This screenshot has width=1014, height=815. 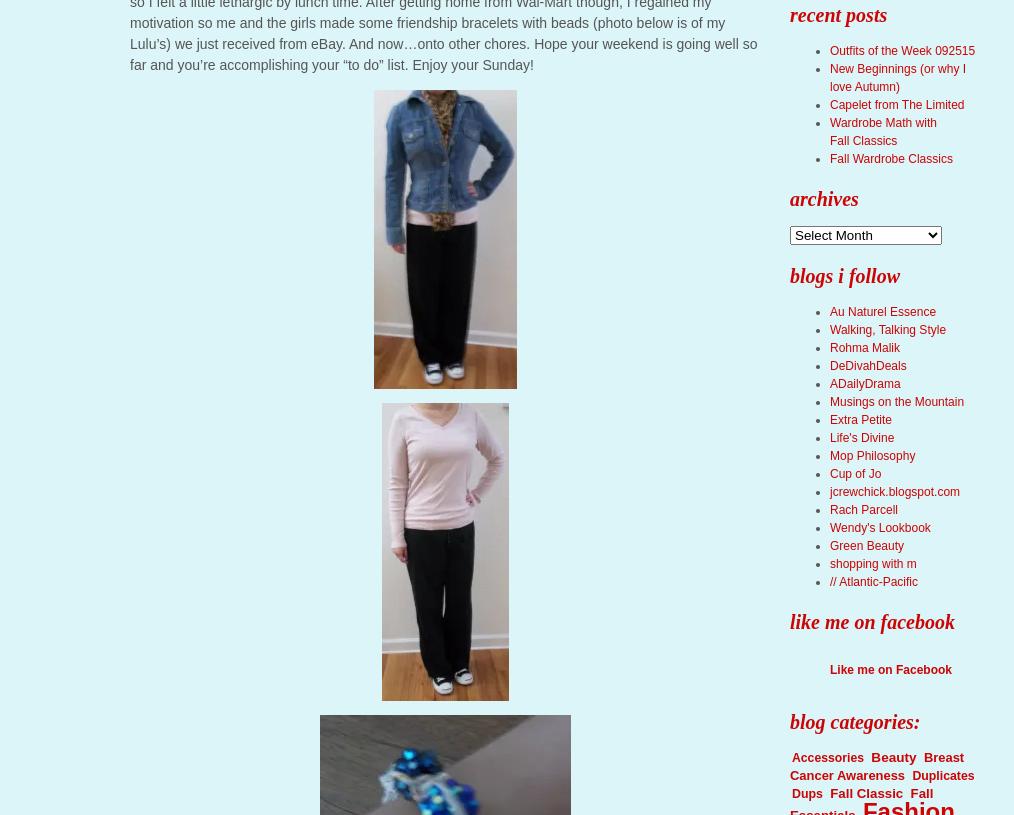 I want to click on 'Life's Divine', so click(x=861, y=437).